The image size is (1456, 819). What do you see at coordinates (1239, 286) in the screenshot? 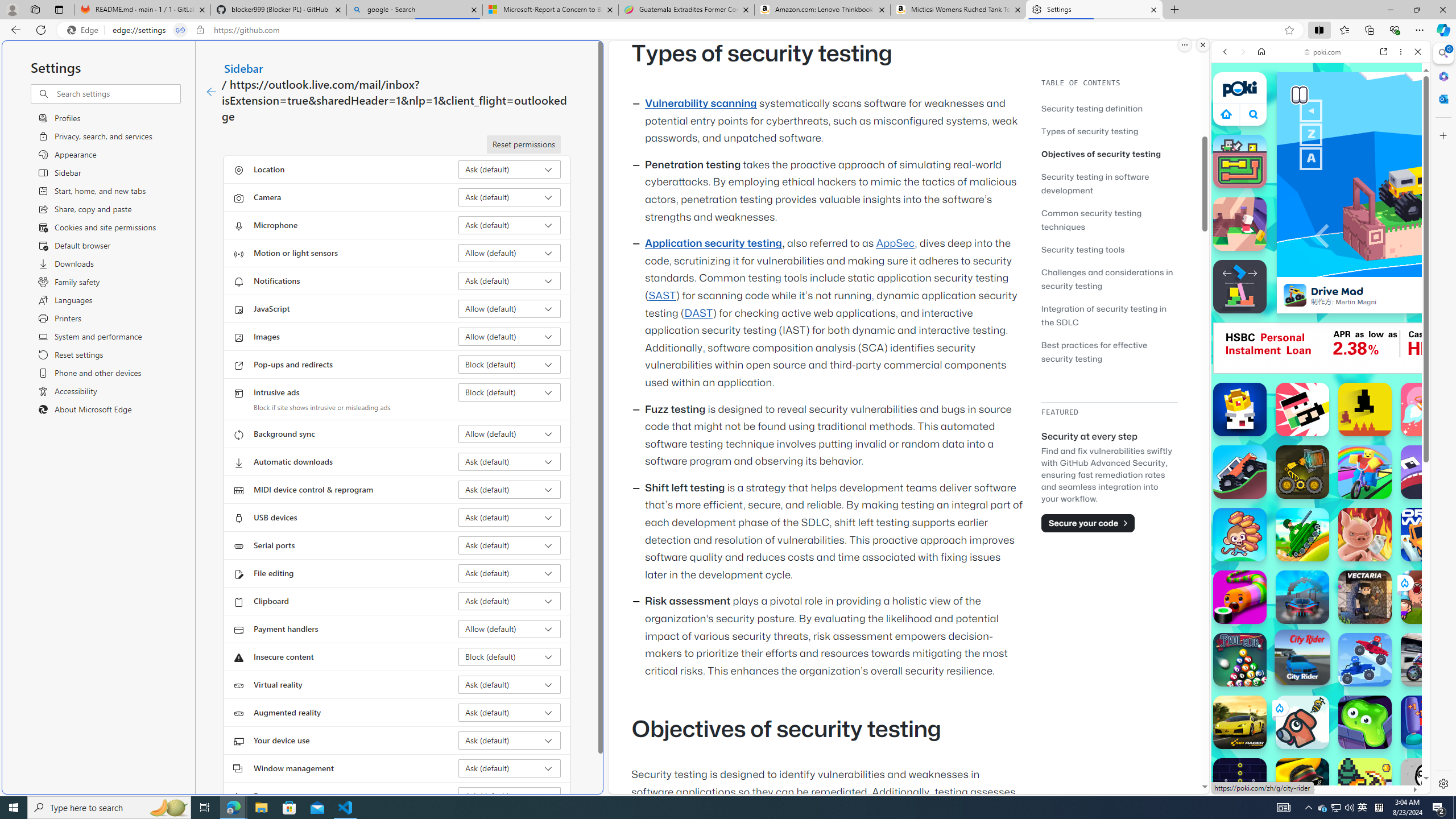
I see `'Stacktris'` at bounding box center [1239, 286].